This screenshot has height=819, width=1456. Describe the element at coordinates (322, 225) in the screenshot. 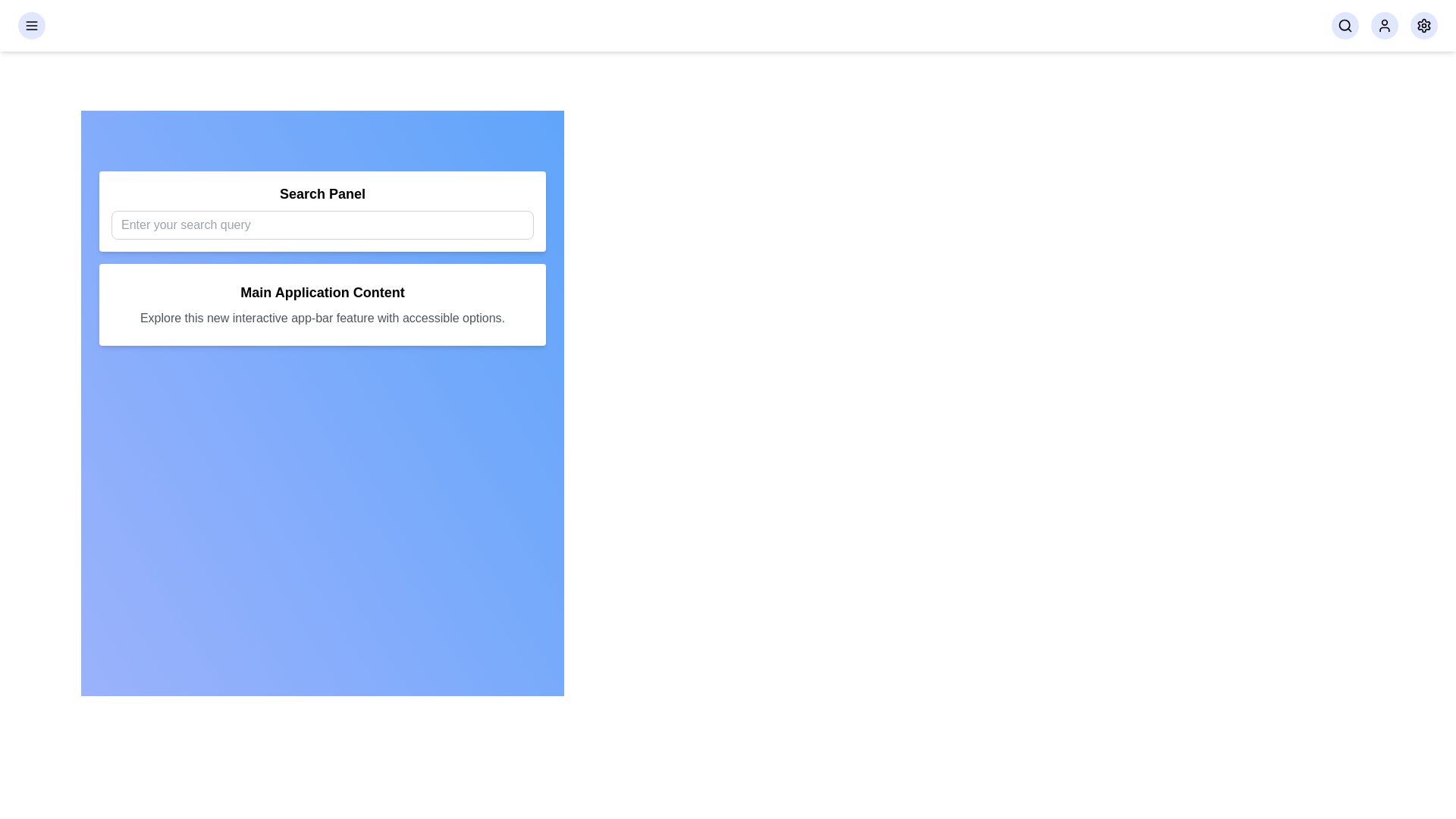

I see `the search input field and type the string 'example query'` at that location.